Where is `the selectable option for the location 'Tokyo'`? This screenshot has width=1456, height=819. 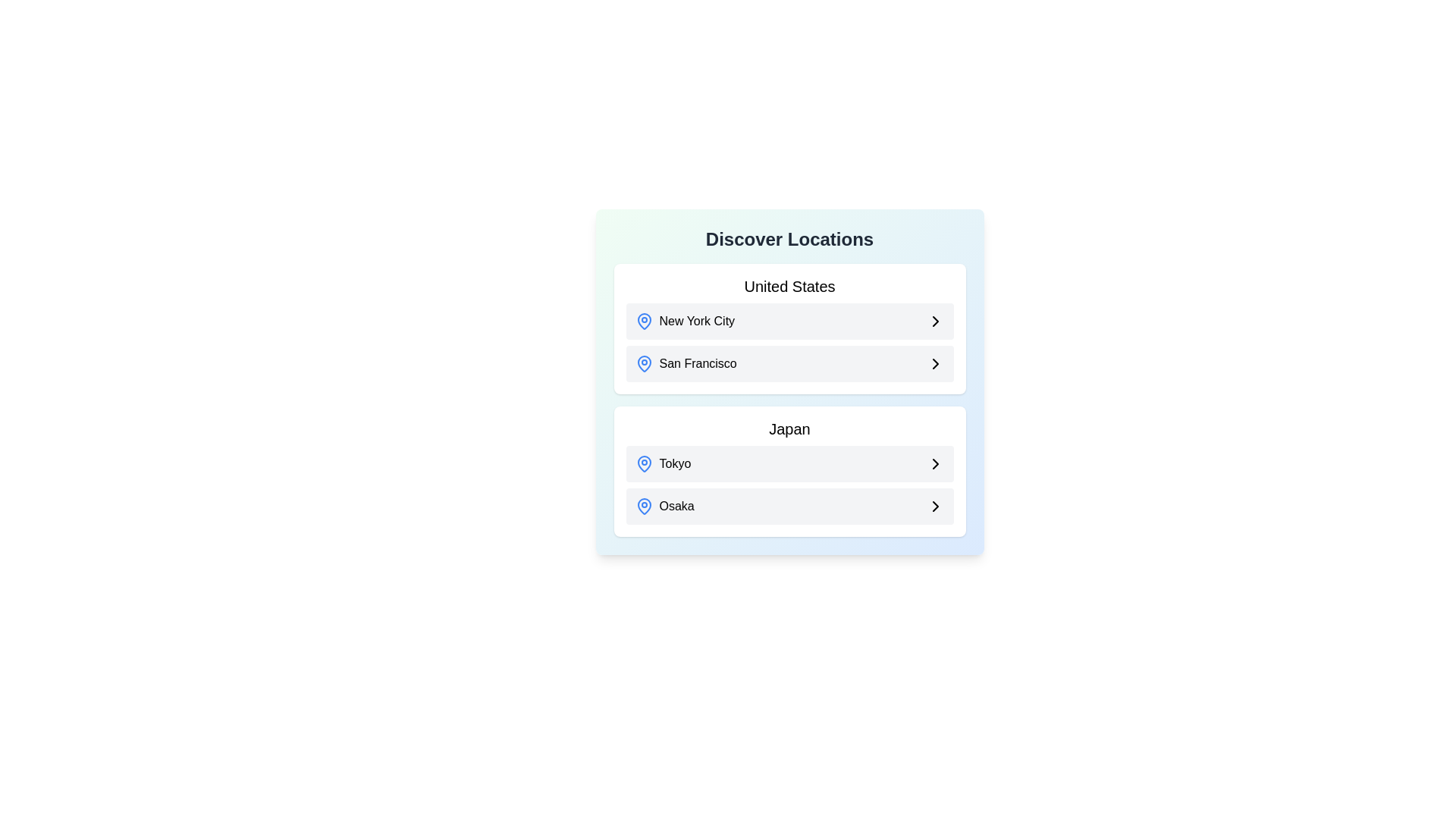
the selectable option for the location 'Tokyo' is located at coordinates (789, 463).